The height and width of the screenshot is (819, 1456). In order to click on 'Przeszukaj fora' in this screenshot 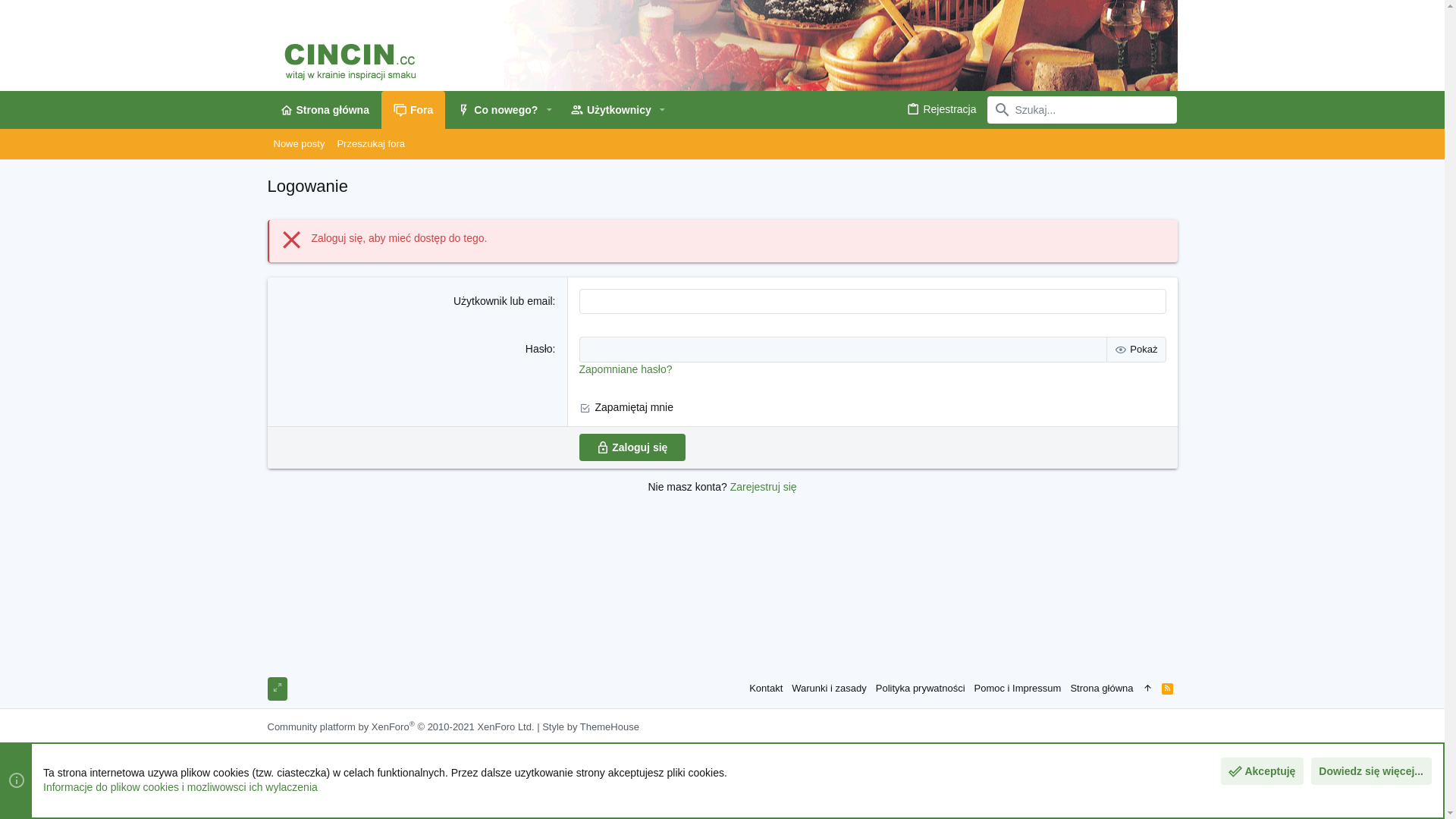, I will do `click(371, 143)`.